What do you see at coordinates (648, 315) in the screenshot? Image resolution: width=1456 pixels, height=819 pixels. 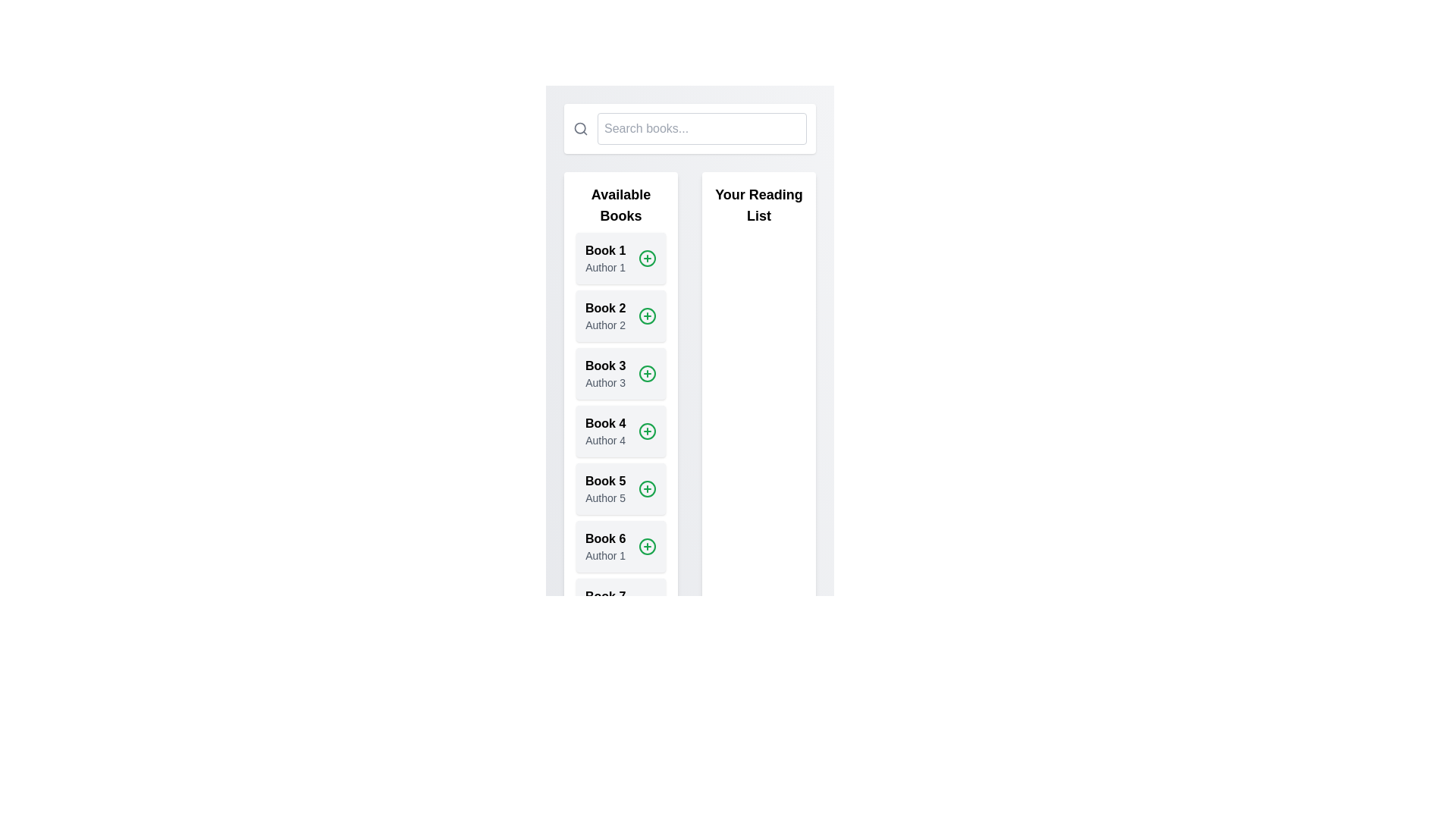 I see `the button located at the far right side of the list item for 'Book 2' by 'Author 2'` at bounding box center [648, 315].